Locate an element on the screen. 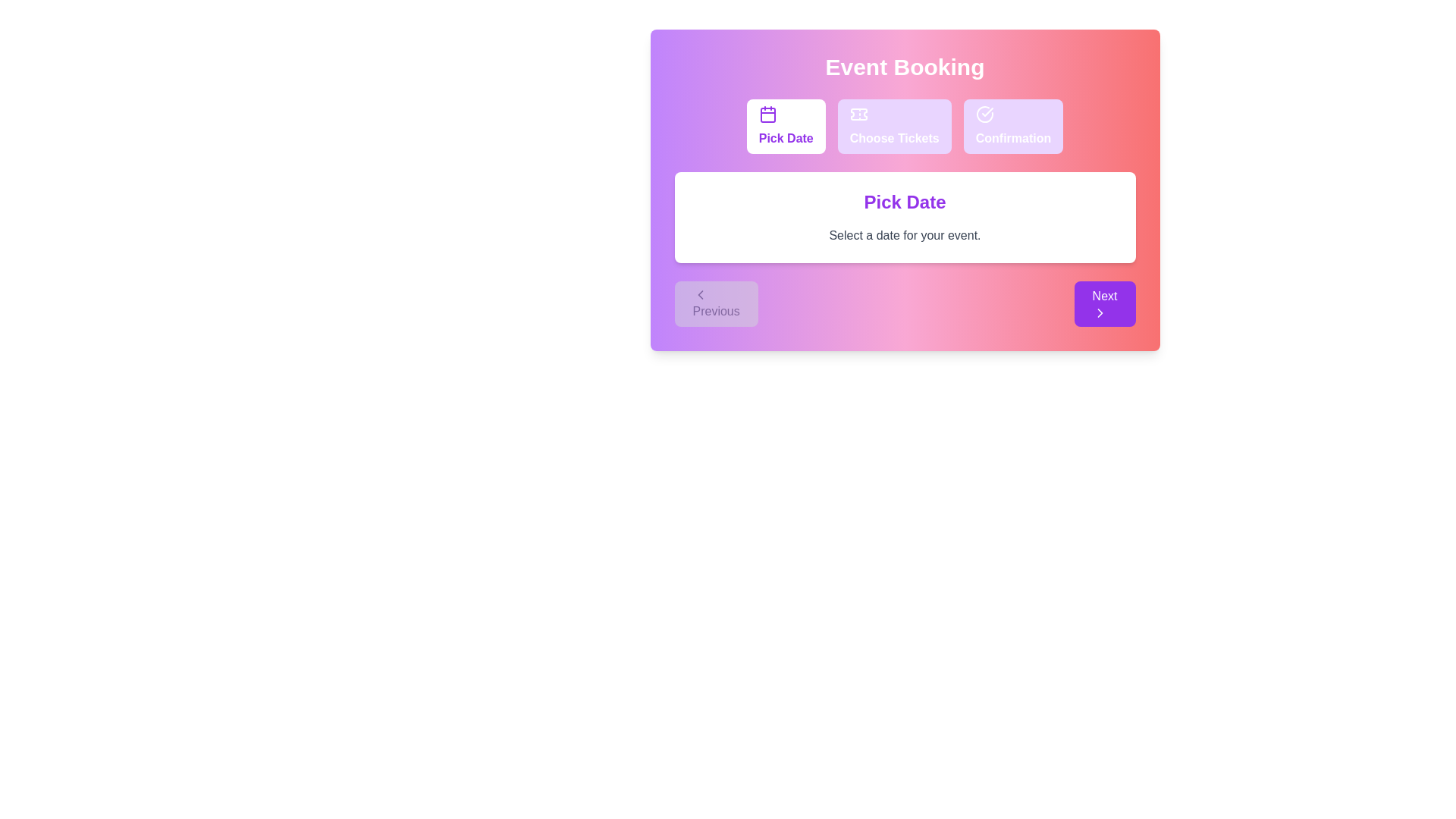 This screenshot has height=819, width=1456. the first button in the upper section of the card-like interface to initiate the date selection process is located at coordinates (786, 125).